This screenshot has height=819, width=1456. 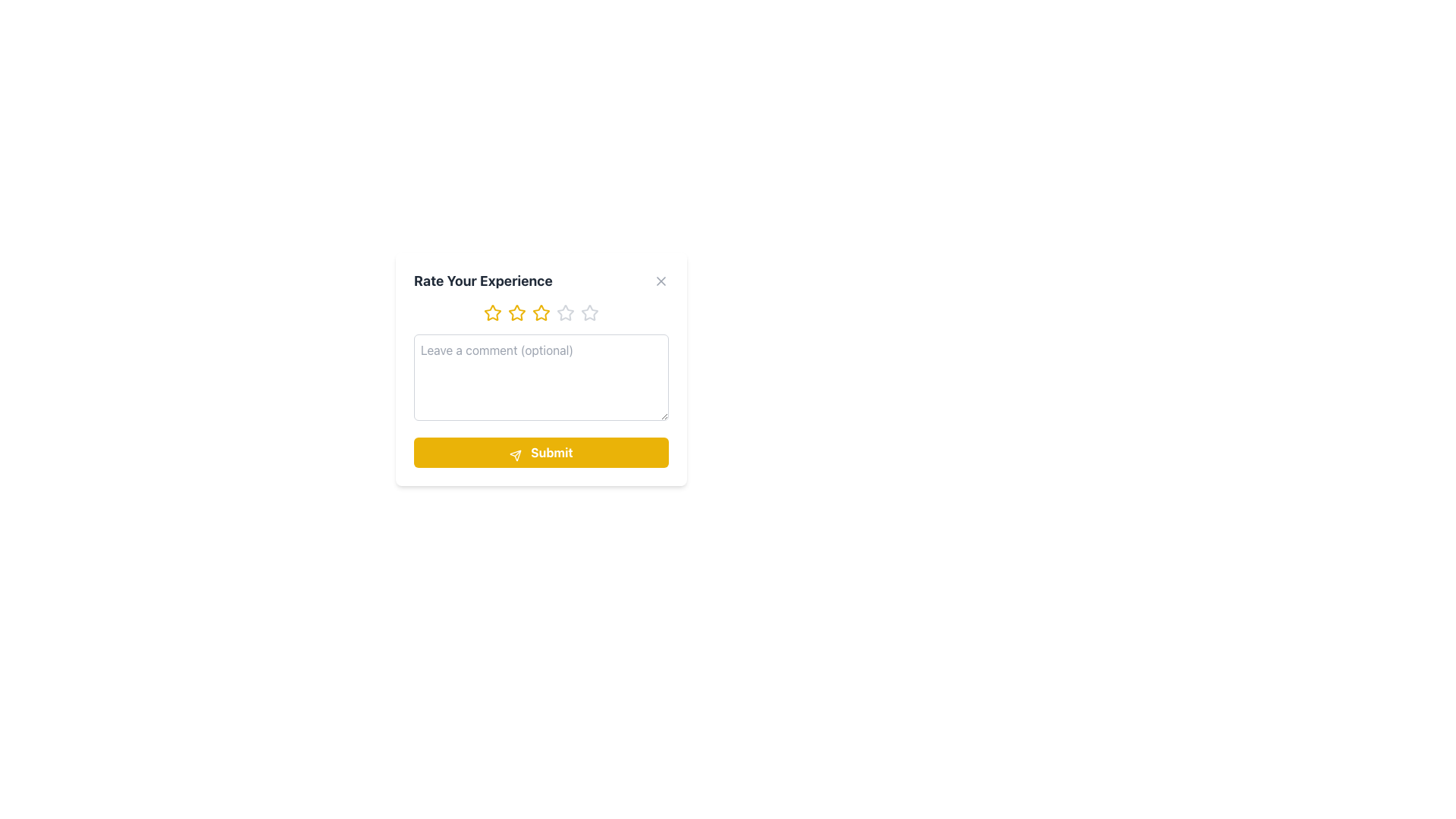 I want to click on the paper airplane icon located on the left side of the 'Submit' button at the bottom center of the interface, so click(x=516, y=455).